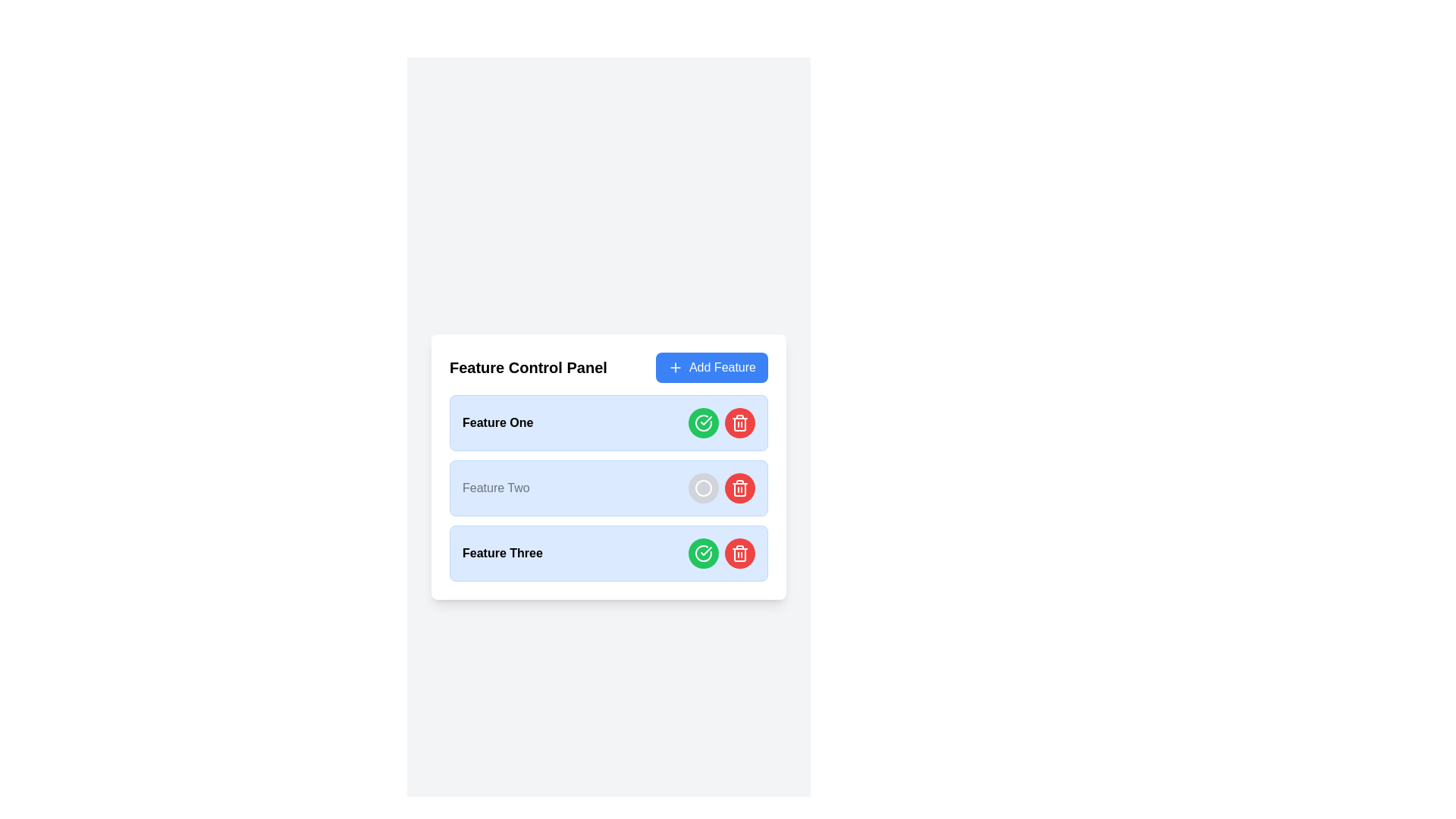  What do you see at coordinates (739, 553) in the screenshot?
I see `the trash can icon button enclosed within a circular red button on the right side of the 'Feature Three' row in the 'Feature Control Panel'` at bounding box center [739, 553].